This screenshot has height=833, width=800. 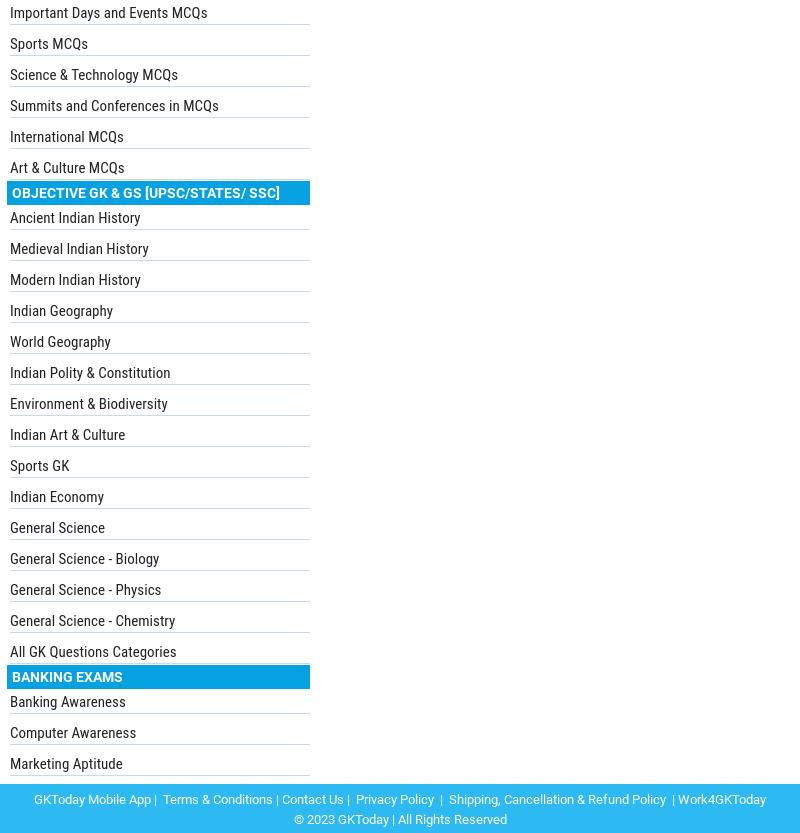 I want to click on 'Marketing Aptitude', so click(x=65, y=763).